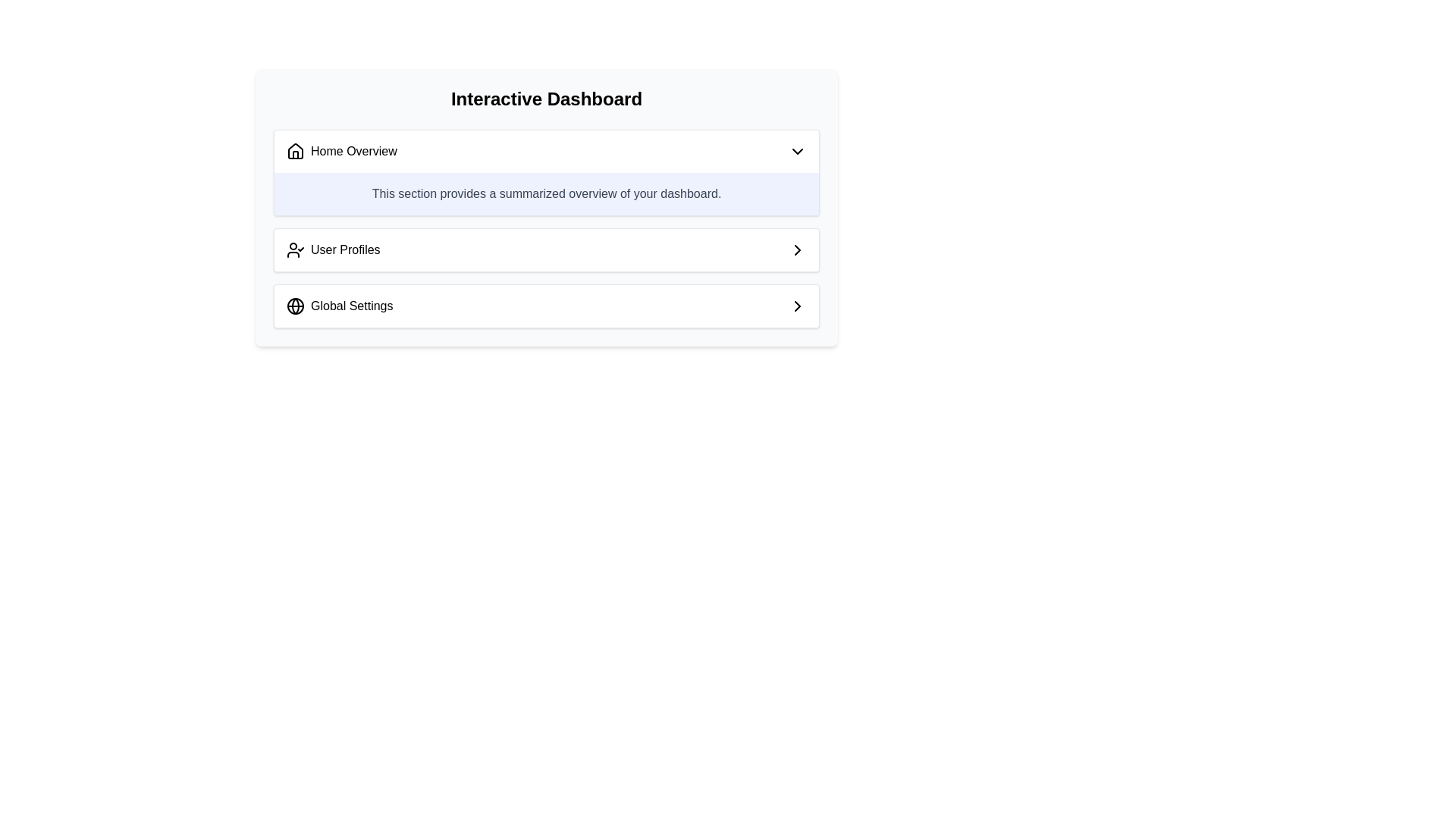 Image resolution: width=1456 pixels, height=819 pixels. I want to click on the 'User Profiles' button, which is the second item in the vertical list on the dashboard interface, so click(546, 249).